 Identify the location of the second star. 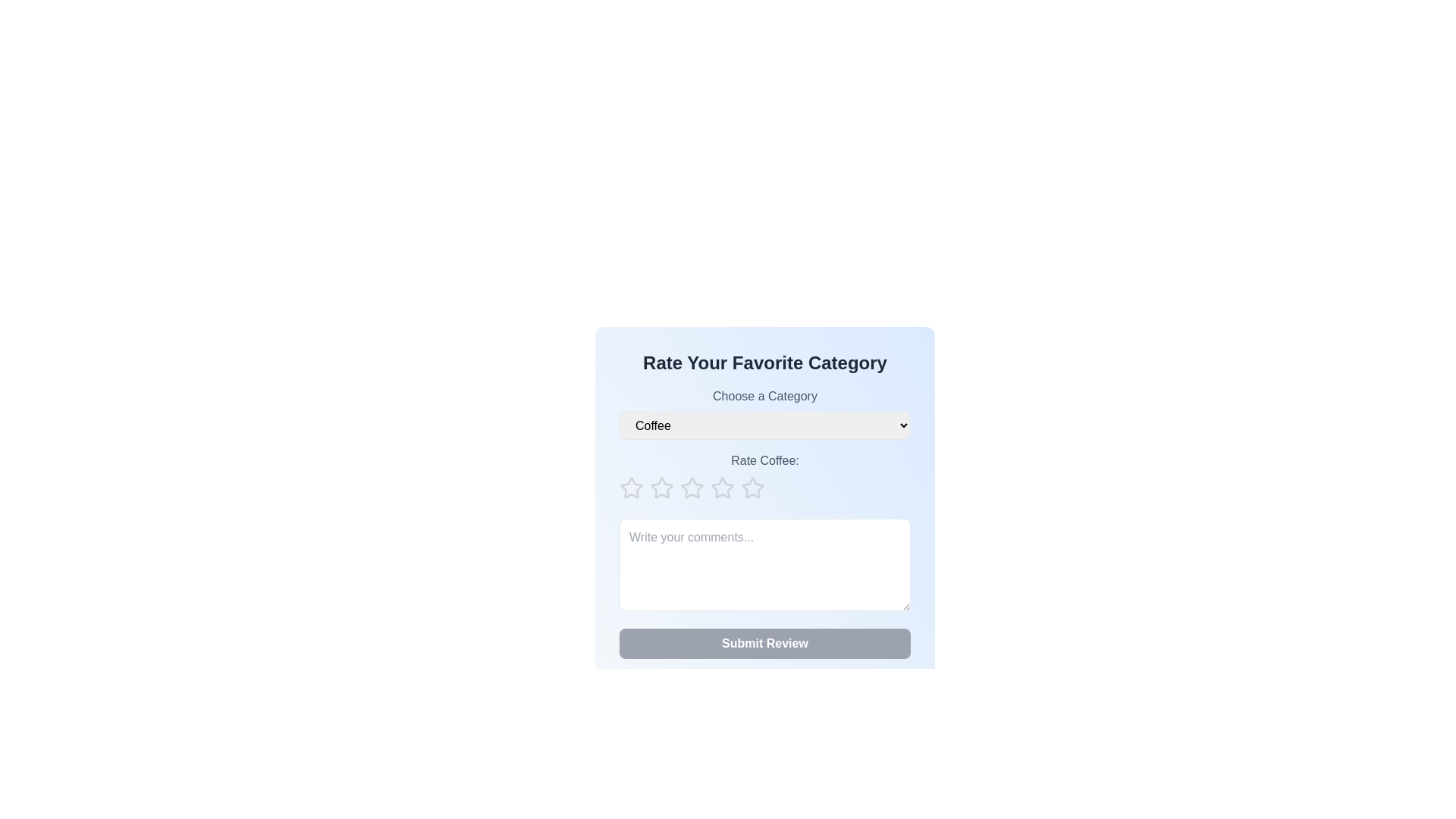
(691, 488).